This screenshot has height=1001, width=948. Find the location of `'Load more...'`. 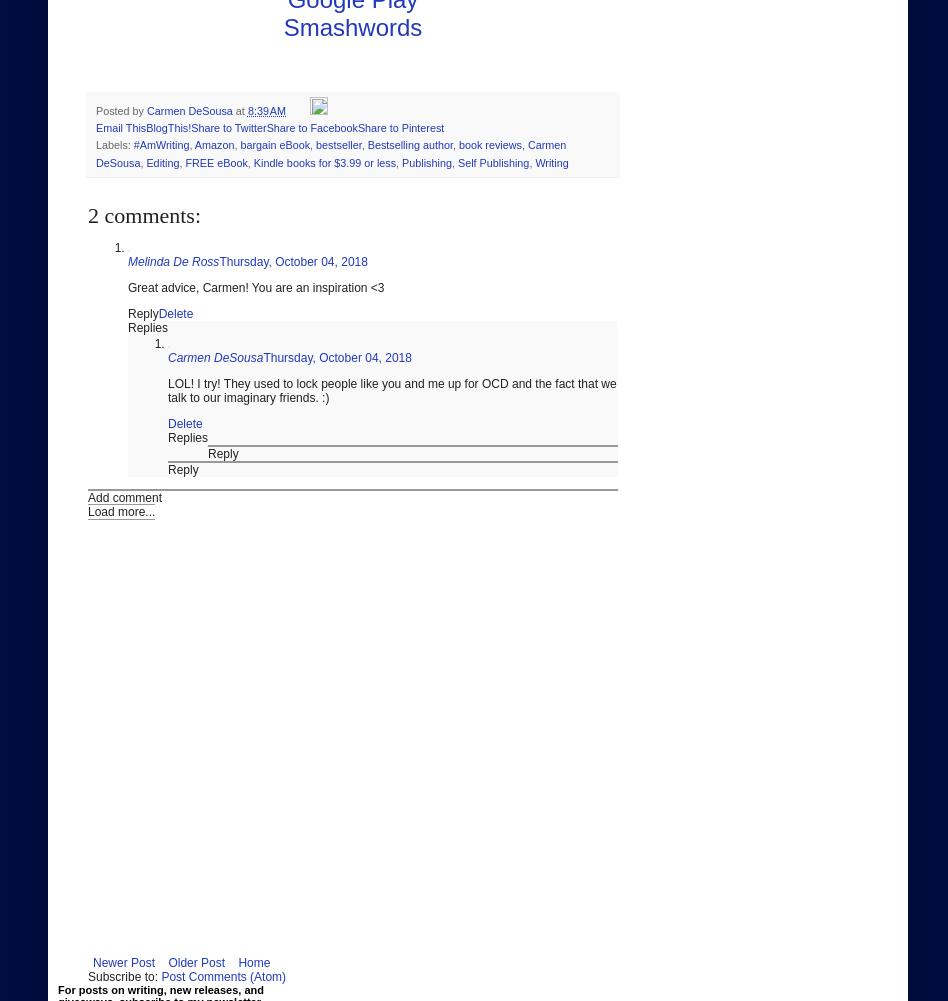

'Load more...' is located at coordinates (87, 511).